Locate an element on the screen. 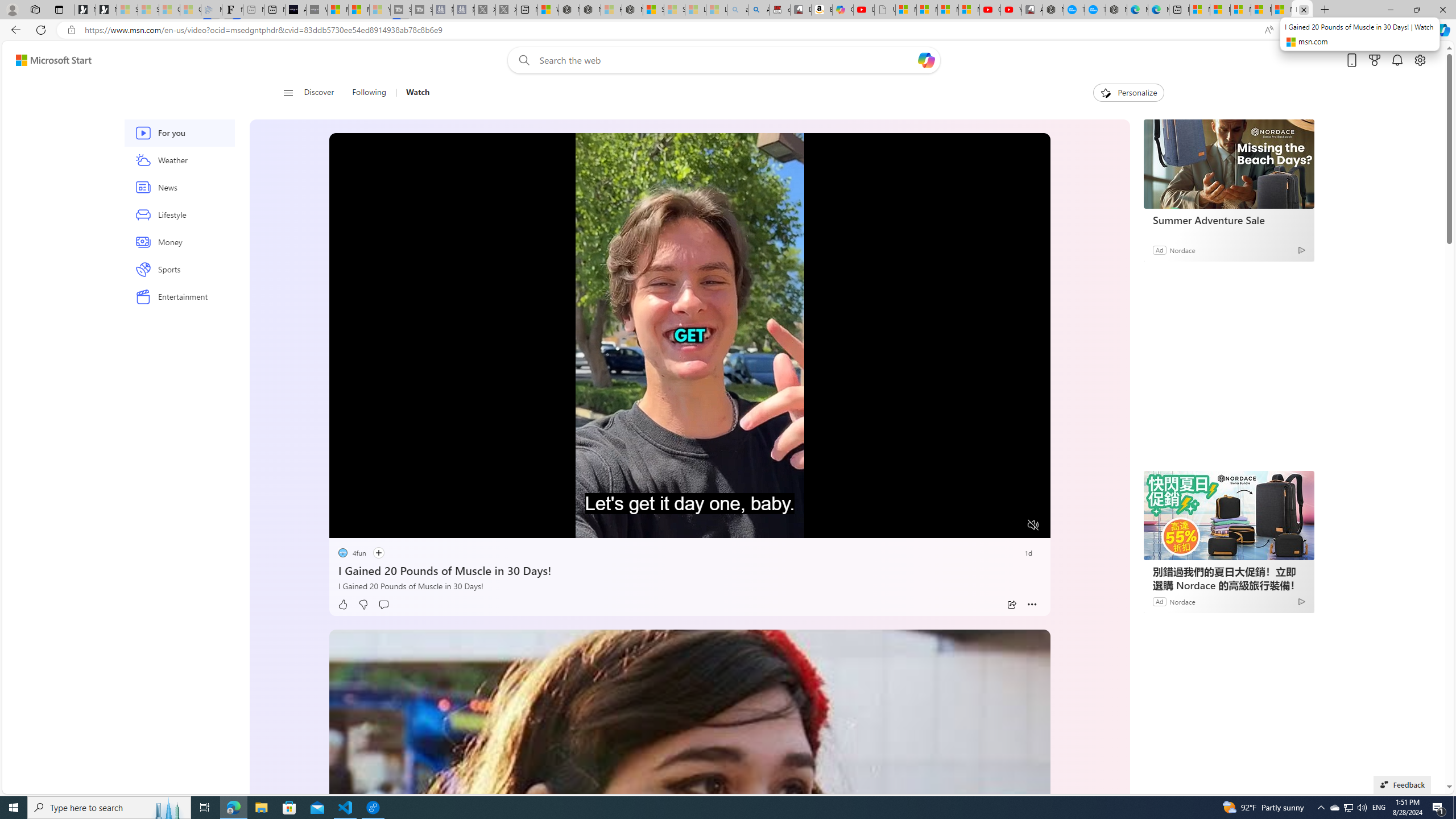  'Microsoft account | Privacy' is located at coordinates (1261, 9).